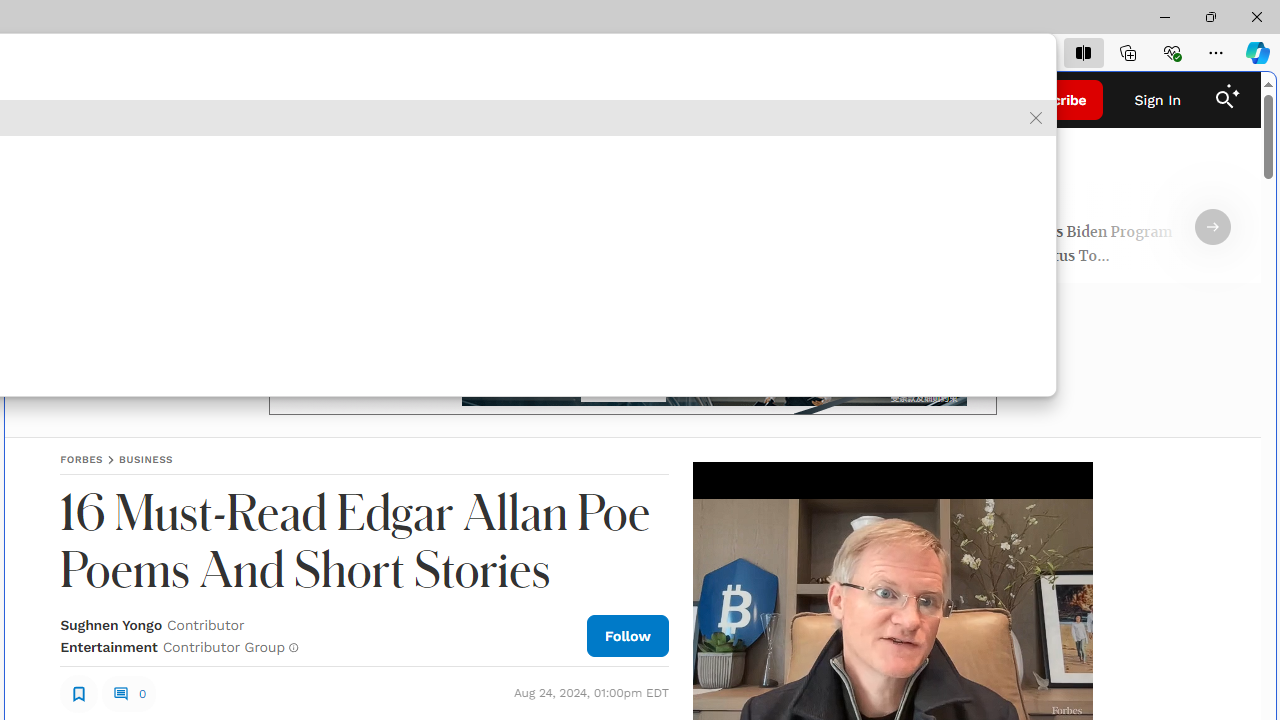 The height and width of the screenshot is (720, 1280). Describe the element at coordinates (292, 647) in the screenshot. I see `'Class: fs-icon fs-icon--info'` at that location.